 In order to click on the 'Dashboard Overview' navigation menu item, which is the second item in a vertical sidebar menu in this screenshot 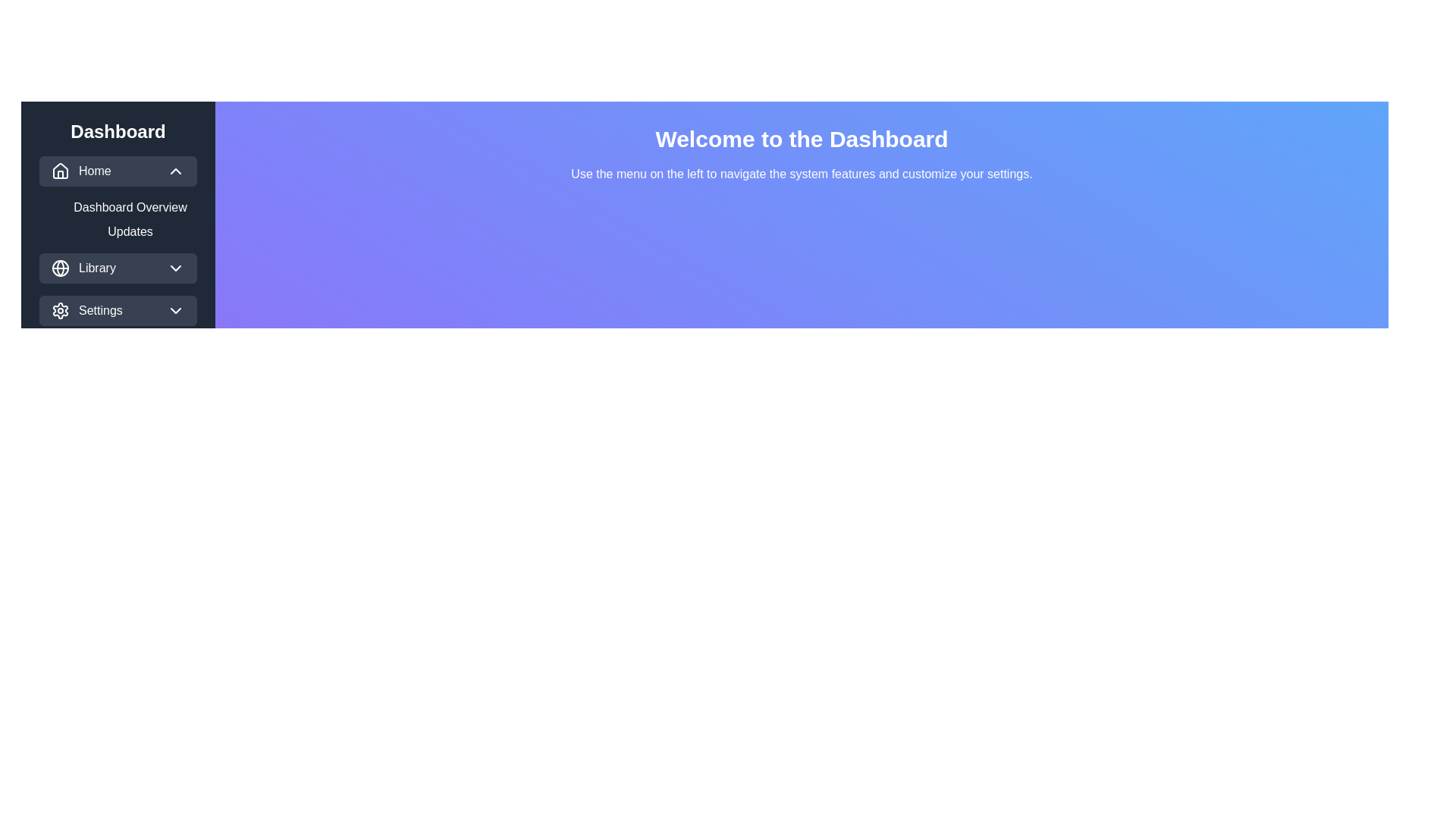, I will do `click(130, 207)`.